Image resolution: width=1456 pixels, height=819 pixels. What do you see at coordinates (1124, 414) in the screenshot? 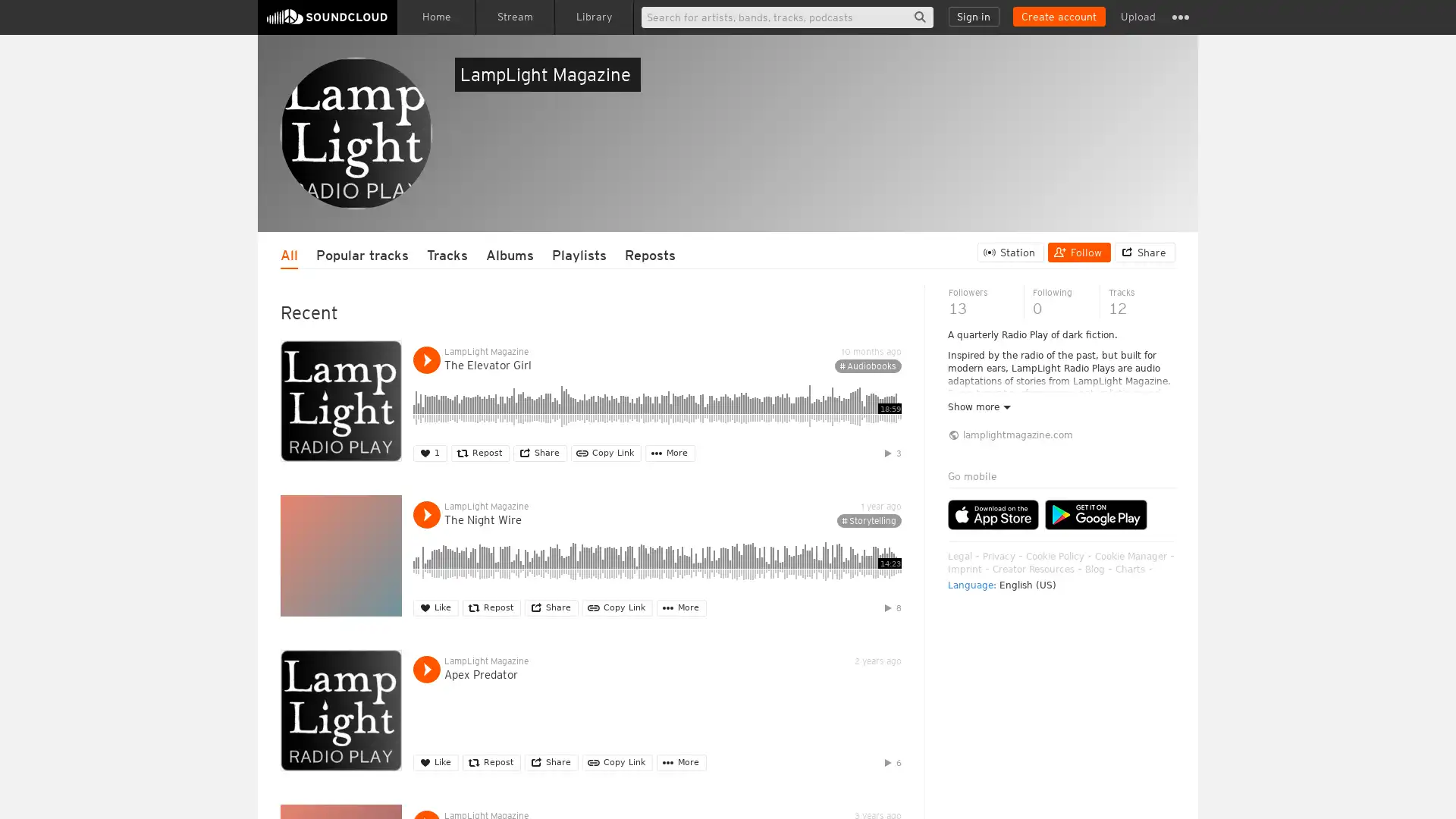
I see `Clear` at bounding box center [1124, 414].